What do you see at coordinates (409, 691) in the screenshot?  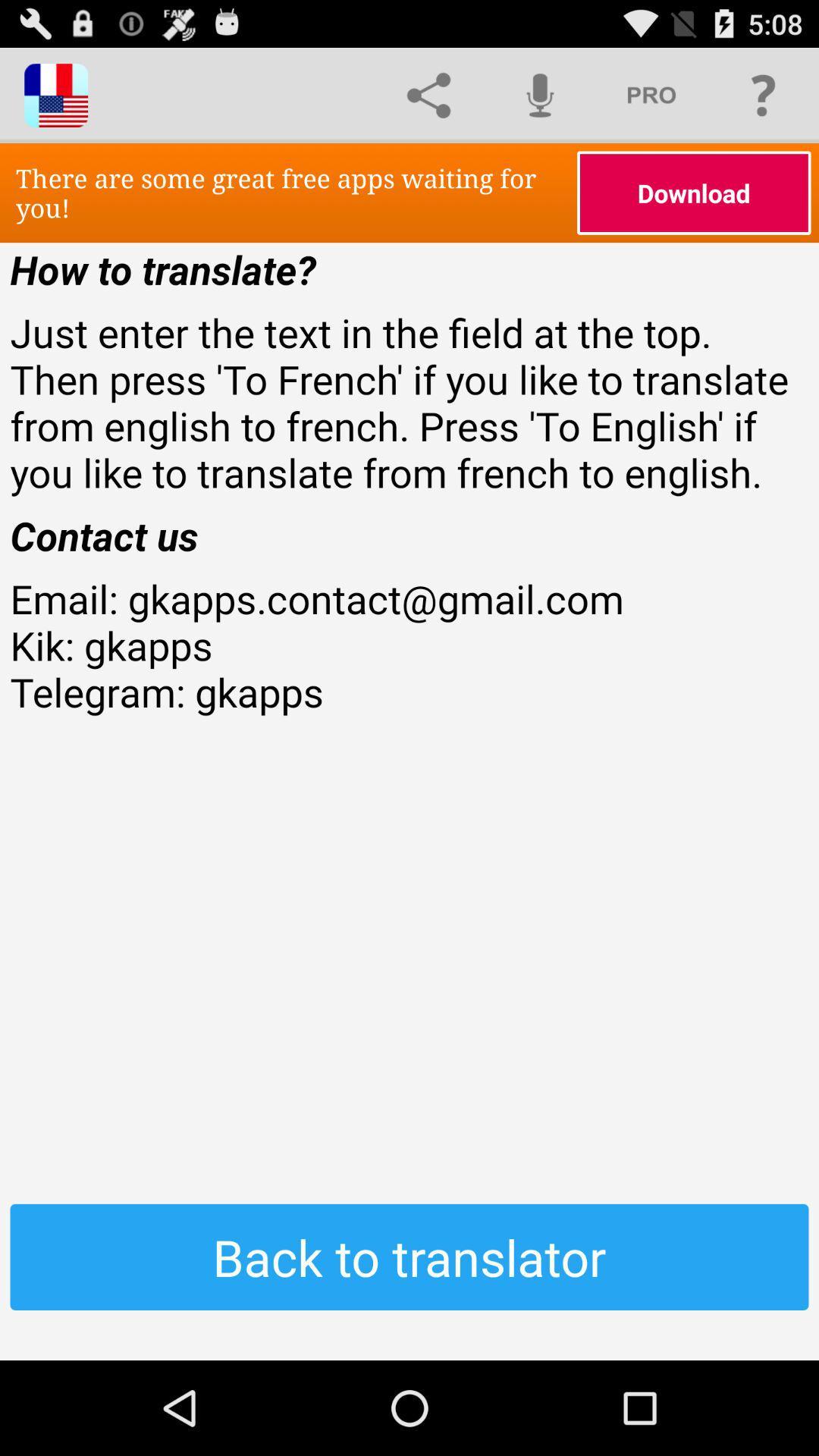 I see `the email gkapps contact icon` at bounding box center [409, 691].